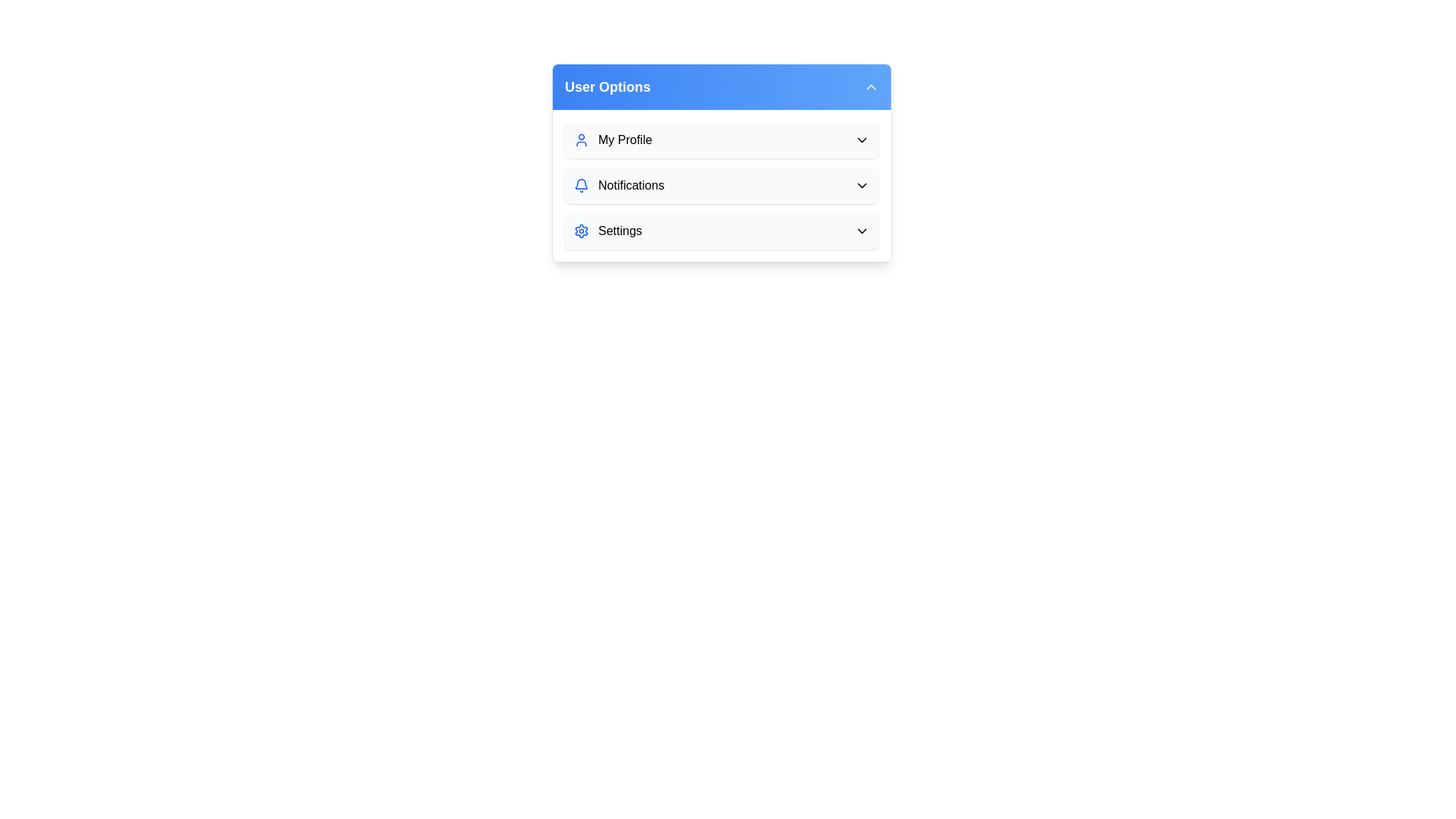 This screenshot has height=819, width=1456. Describe the element at coordinates (581, 231) in the screenshot. I see `the settings icon located in the 'User Options' menu, positioned towards the left side of the 'Settings' row` at that location.